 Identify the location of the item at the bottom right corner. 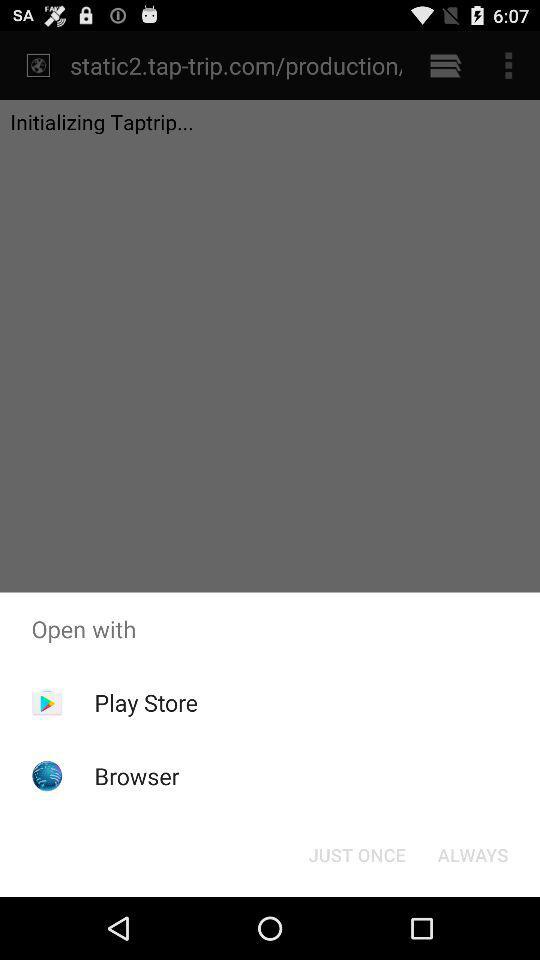
(472, 853).